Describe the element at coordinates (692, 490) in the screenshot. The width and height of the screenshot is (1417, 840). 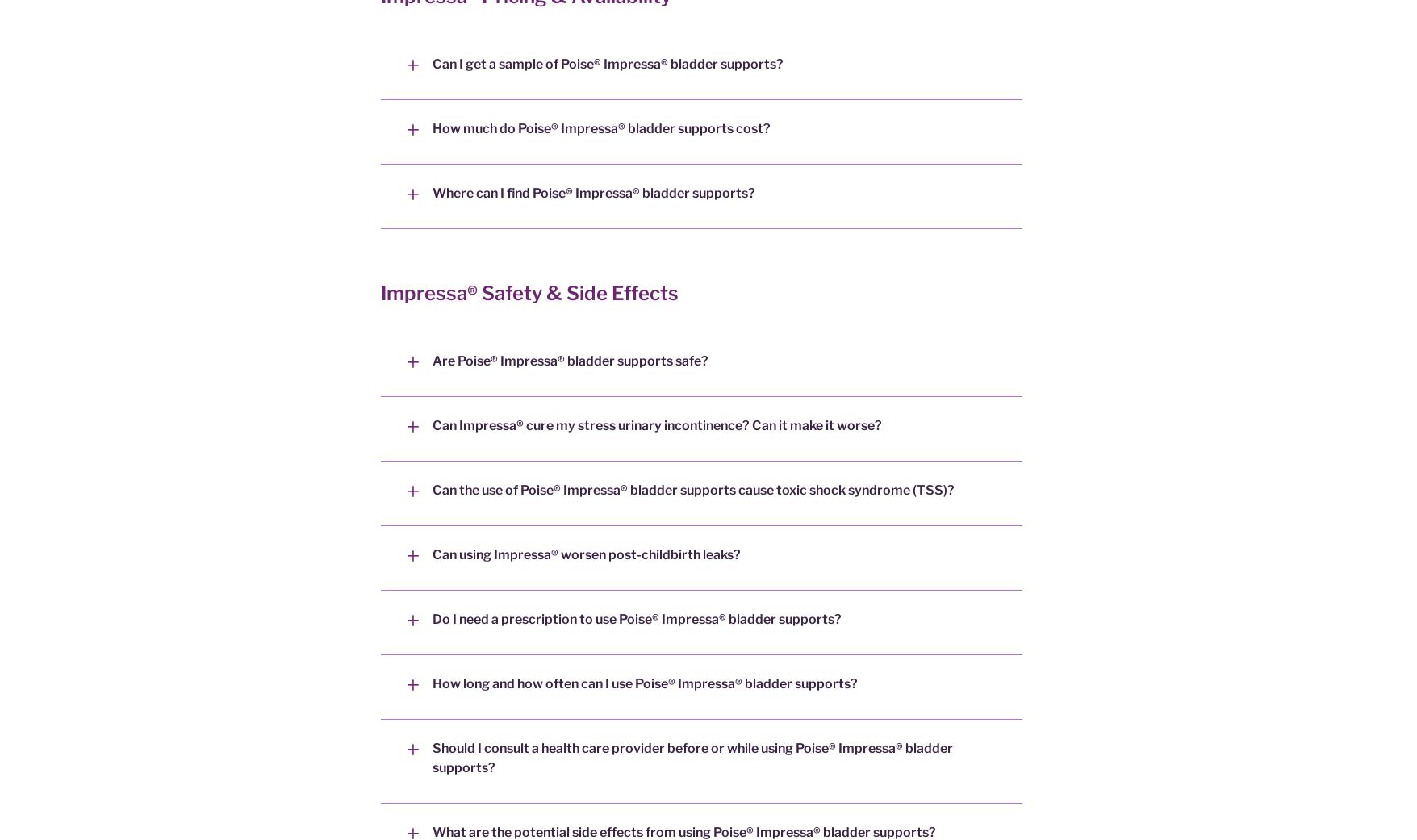
I see `'Can the use of Poise® Impressa® bladder supports cause toxic shock syndrome (TSS)?'` at that location.